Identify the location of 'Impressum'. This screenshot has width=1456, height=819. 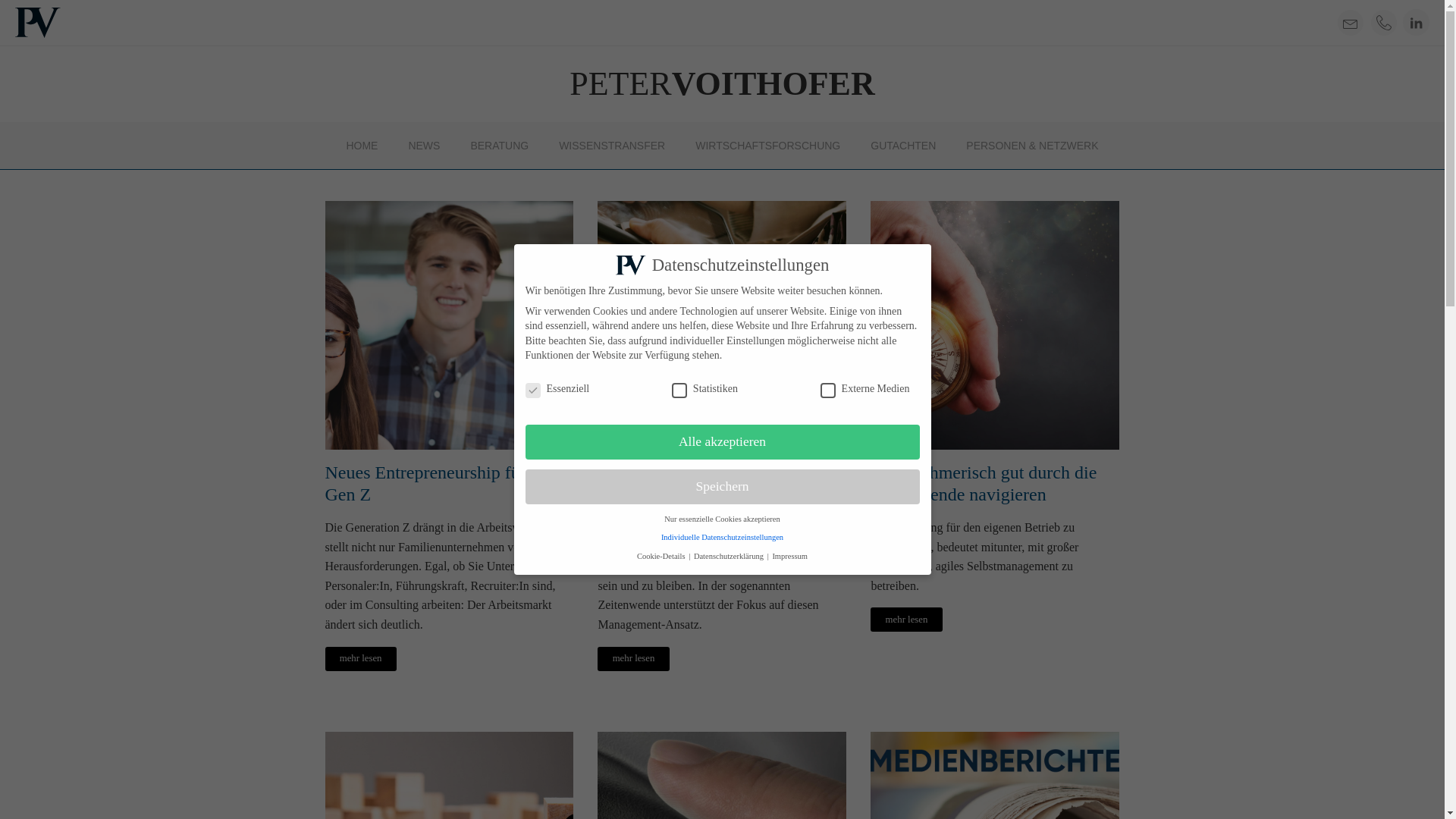
(789, 556).